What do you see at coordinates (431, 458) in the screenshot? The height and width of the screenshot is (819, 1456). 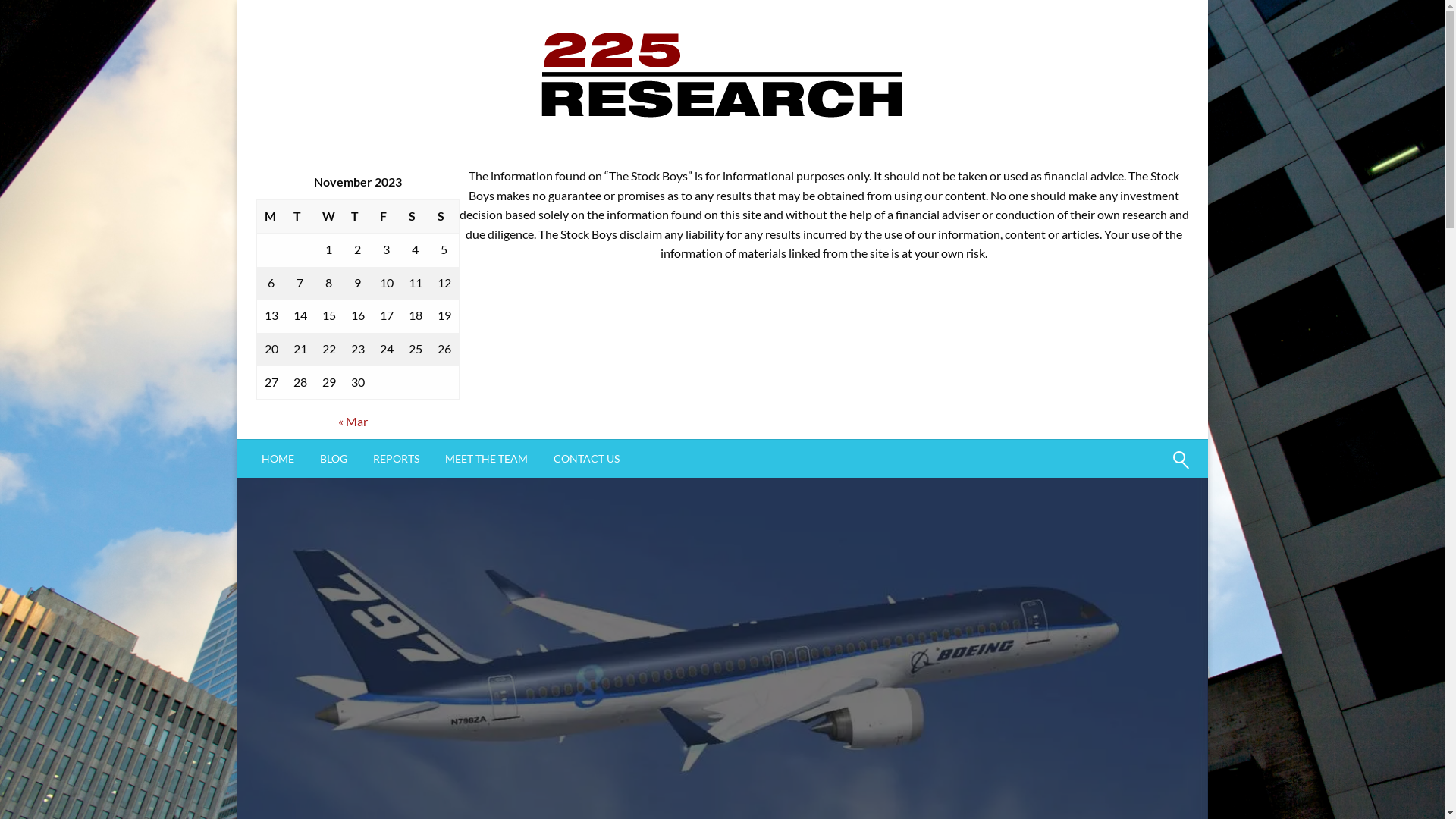 I see `'MEET THE TEAM'` at bounding box center [431, 458].